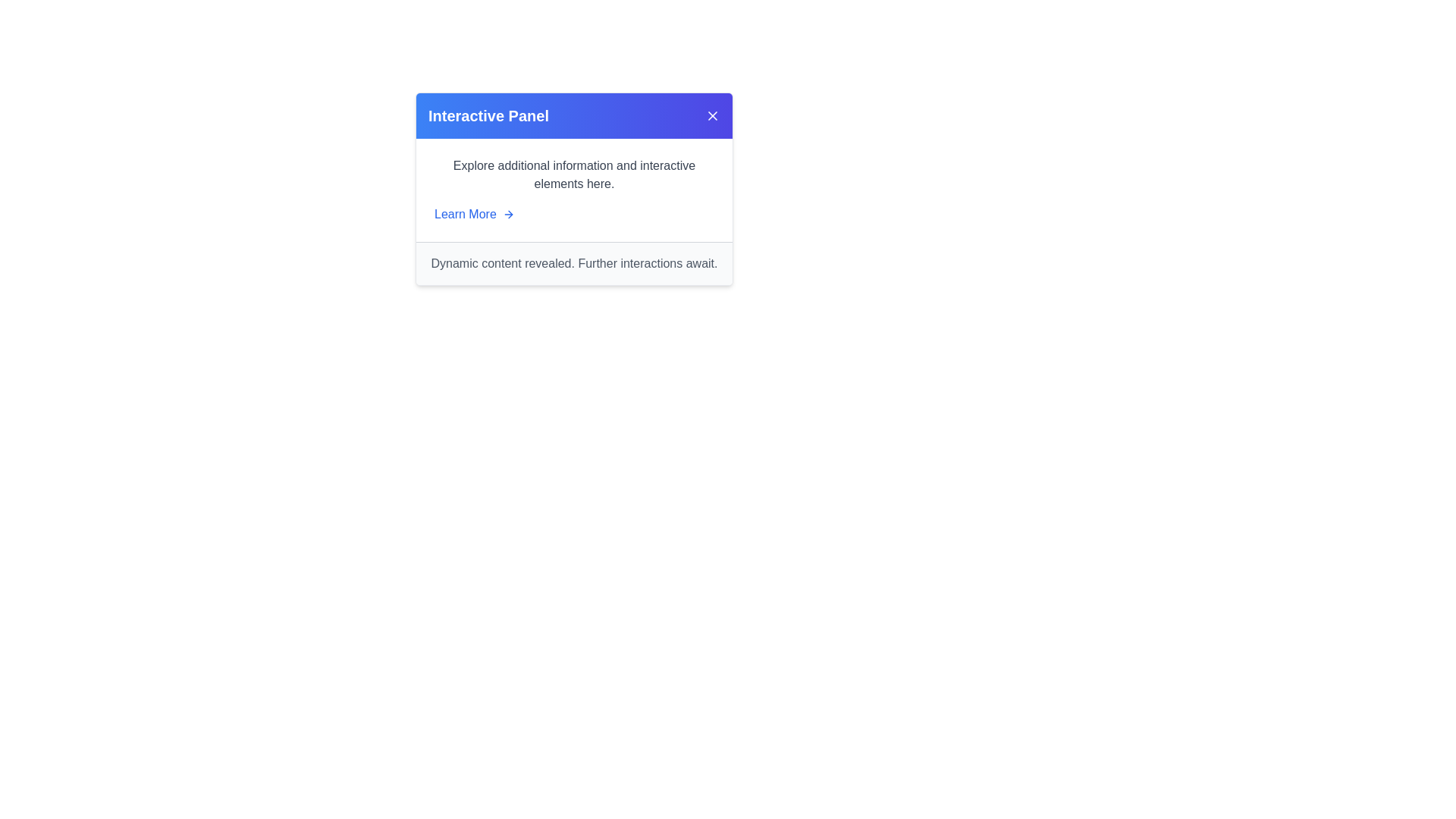 The height and width of the screenshot is (819, 1456). I want to click on the interactive icon located beside the 'Learn More' text, which indicates that clicking it will reveal additional content, so click(508, 214).